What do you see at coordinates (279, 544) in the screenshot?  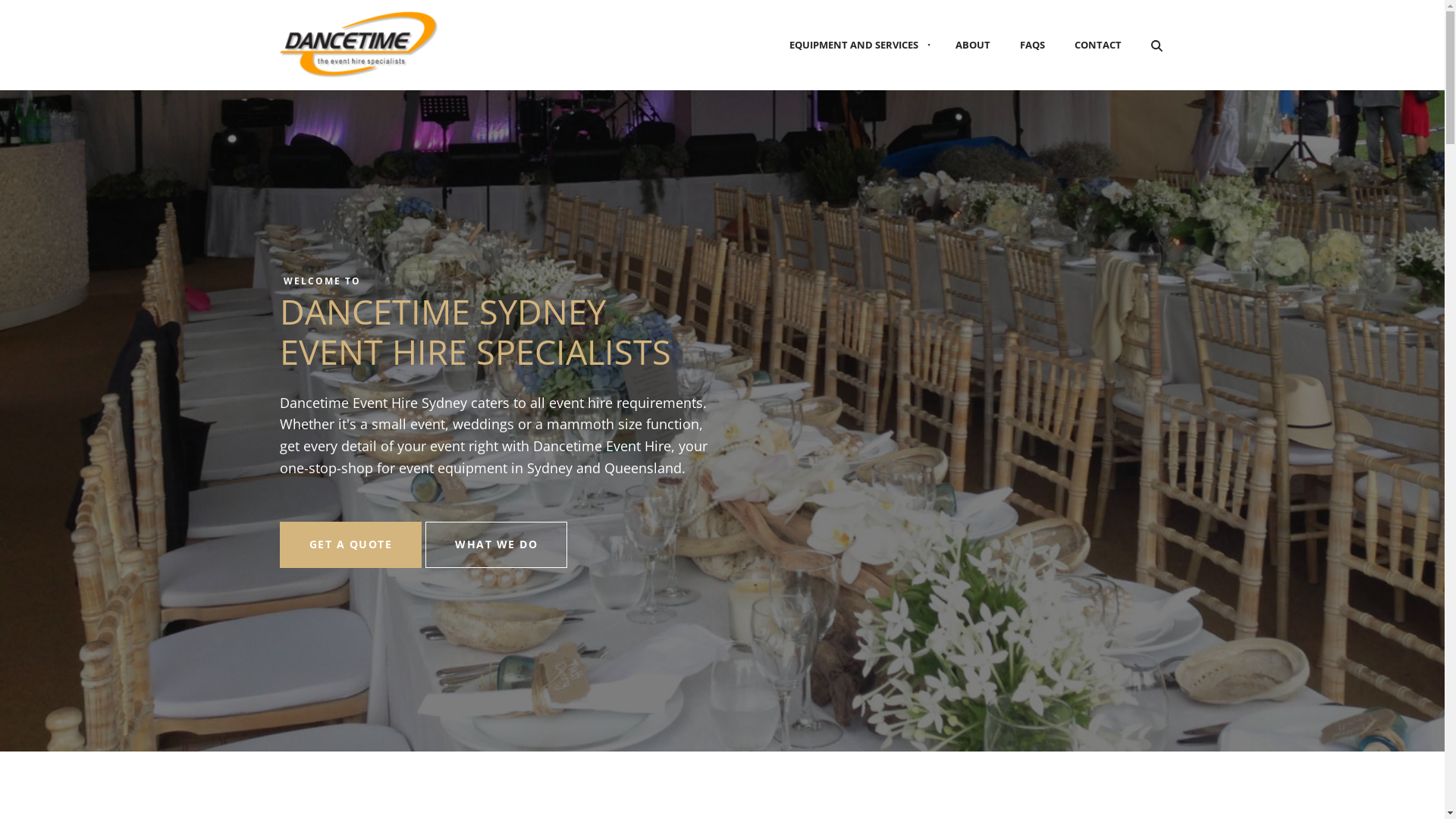 I see `'GET A QUOTE'` at bounding box center [279, 544].